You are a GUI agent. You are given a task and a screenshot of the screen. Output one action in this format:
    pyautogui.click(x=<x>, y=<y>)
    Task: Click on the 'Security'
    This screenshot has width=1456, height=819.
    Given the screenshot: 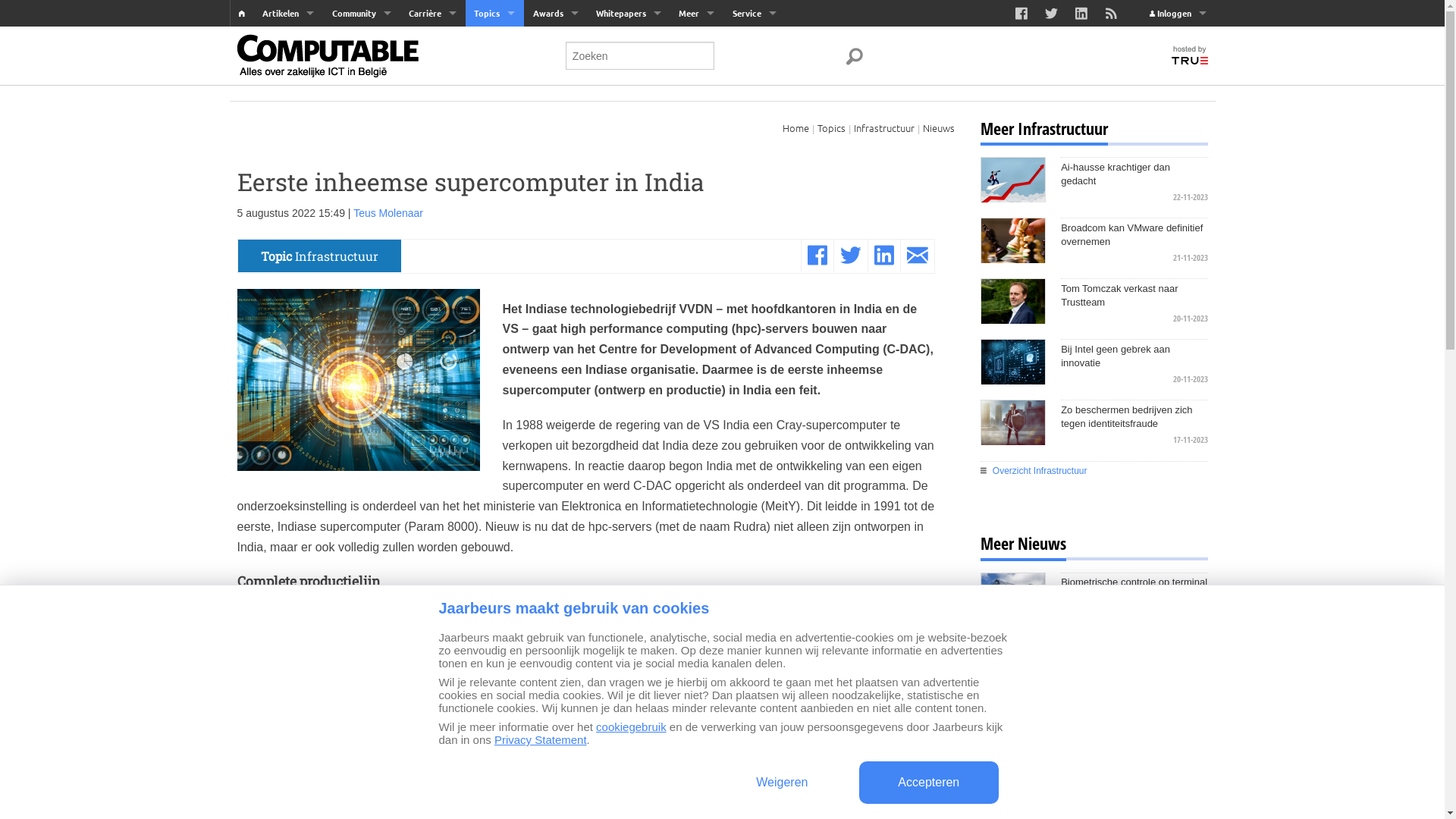 What is the action you would take?
    pyautogui.click(x=494, y=94)
    